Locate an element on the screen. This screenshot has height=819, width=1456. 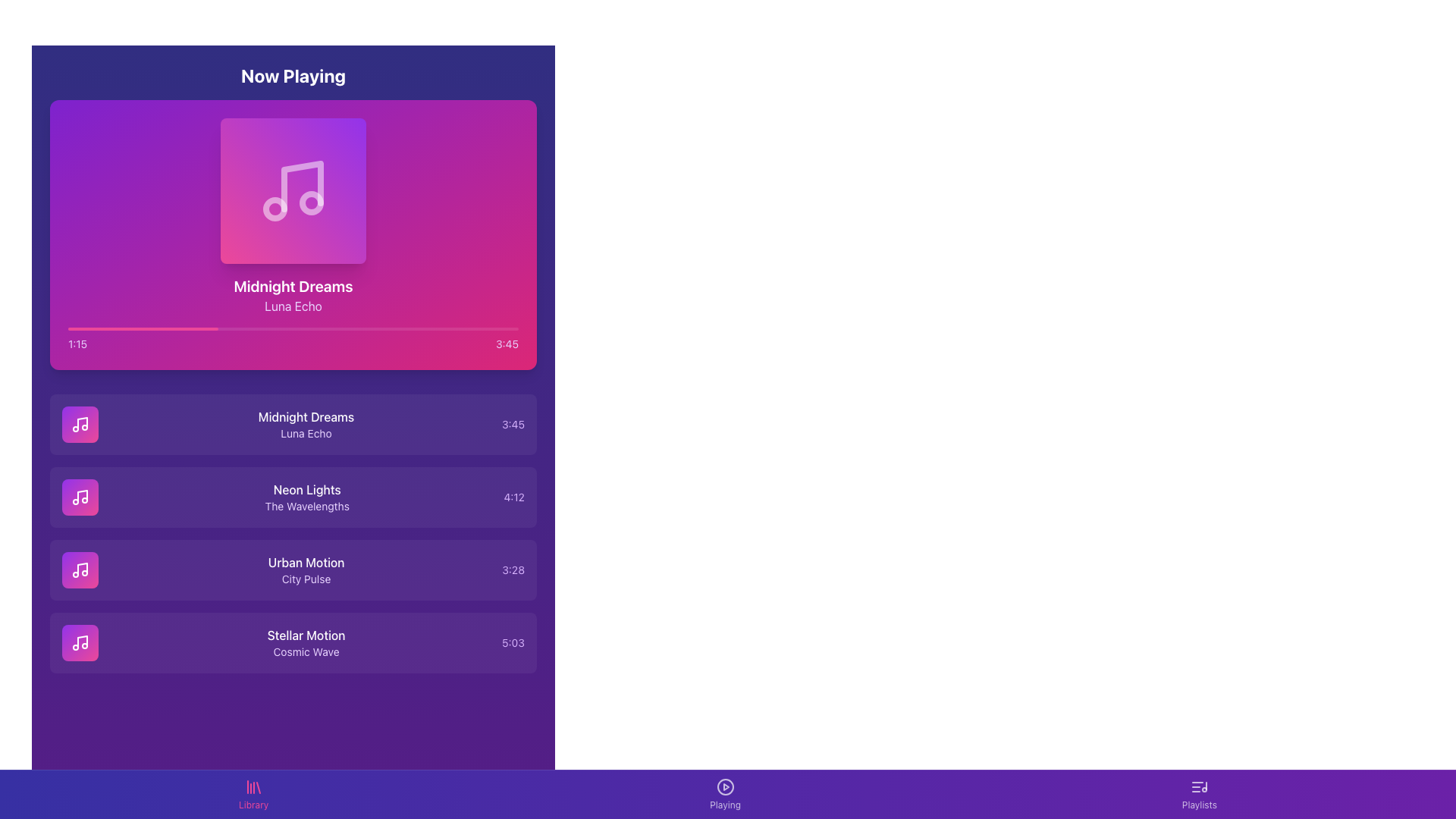
the media icon located near the center of the prominent rectangular card in the Now Playing view is located at coordinates (293, 190).